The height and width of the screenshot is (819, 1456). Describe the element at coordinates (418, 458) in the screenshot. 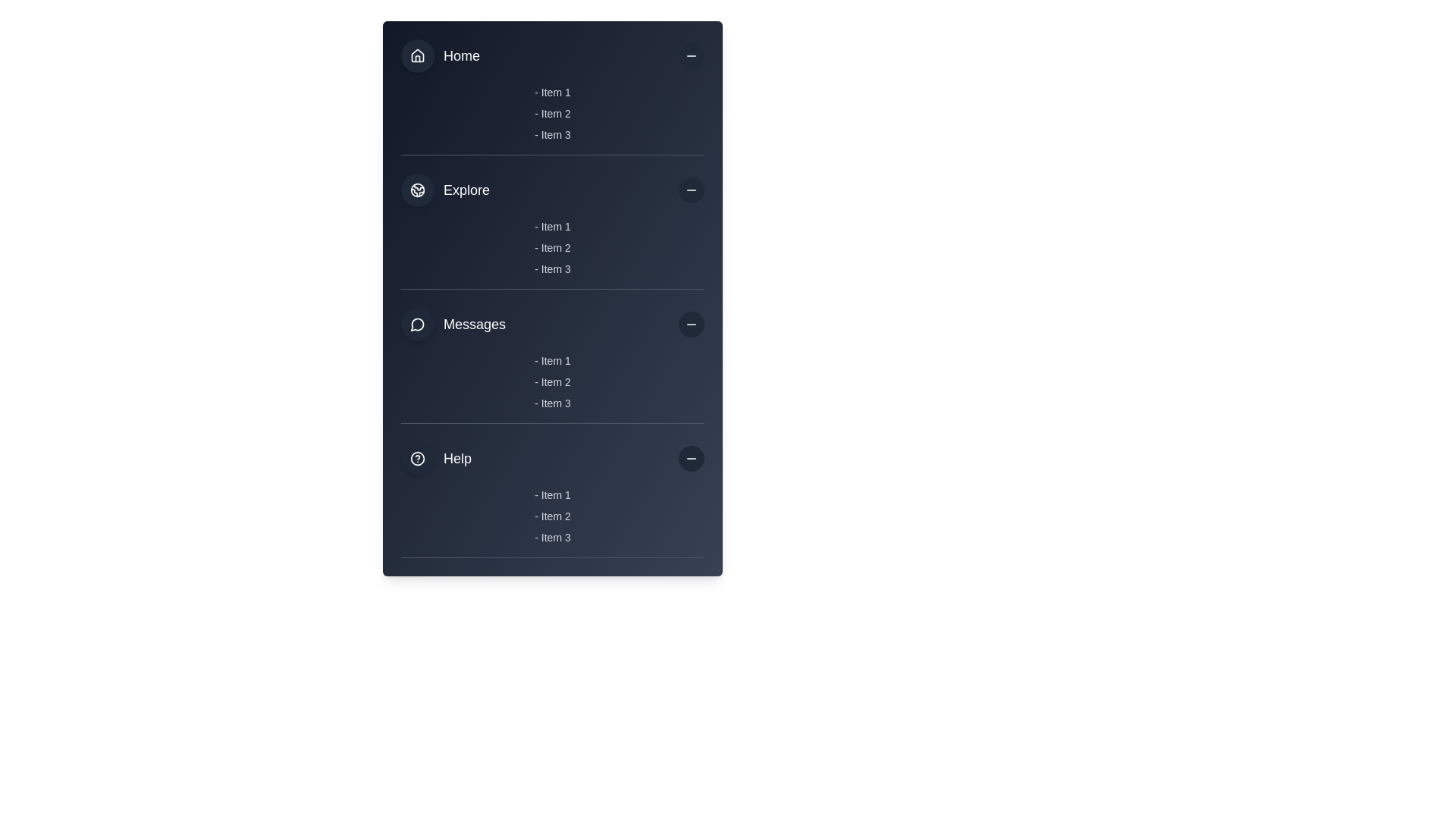

I see `the circular decorative icon with a dark-gray background and a white border, which features a help symbol, located before the 'Help' text label` at that location.